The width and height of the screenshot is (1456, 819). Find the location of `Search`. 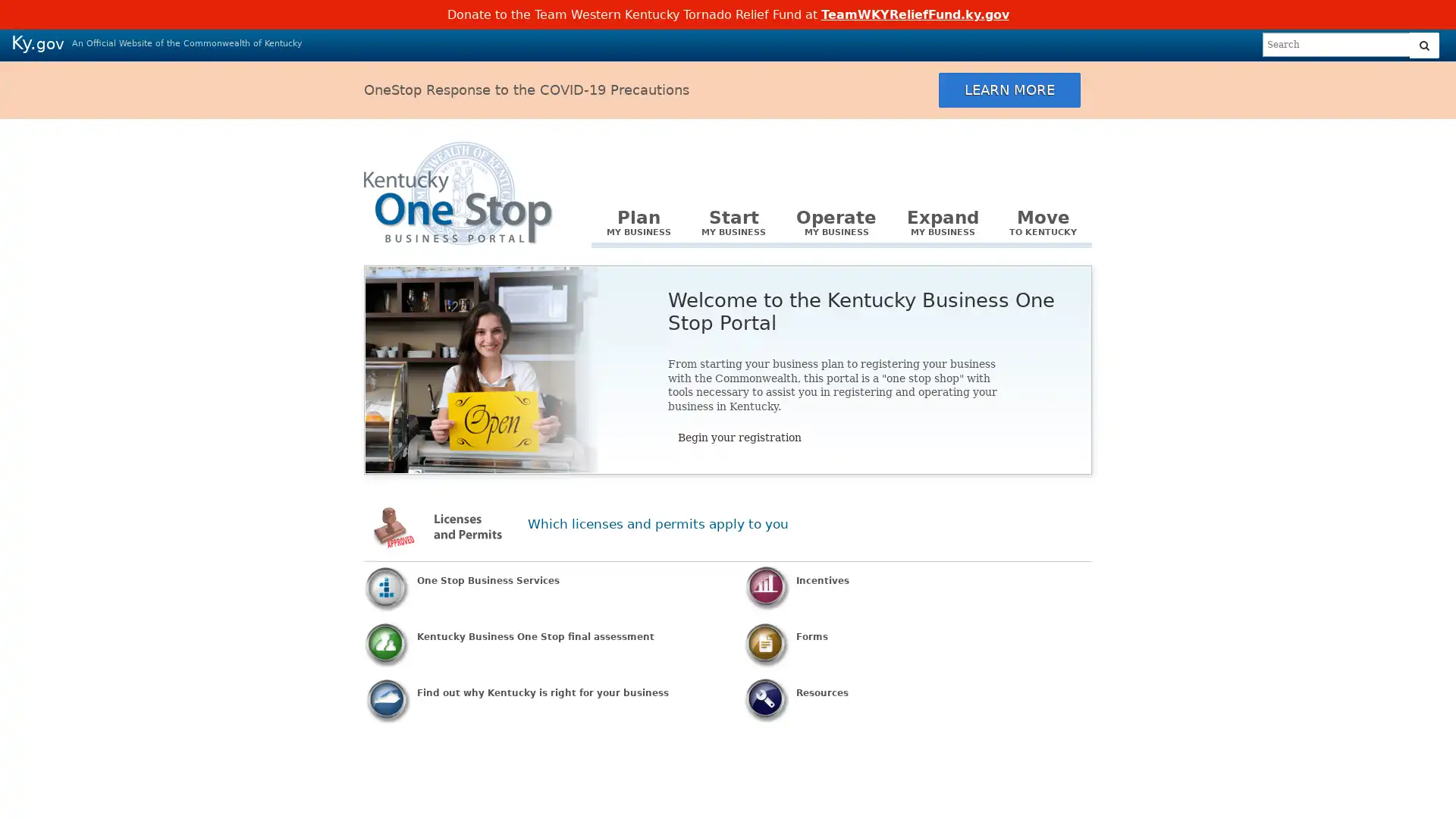

Search is located at coordinates (1423, 45).